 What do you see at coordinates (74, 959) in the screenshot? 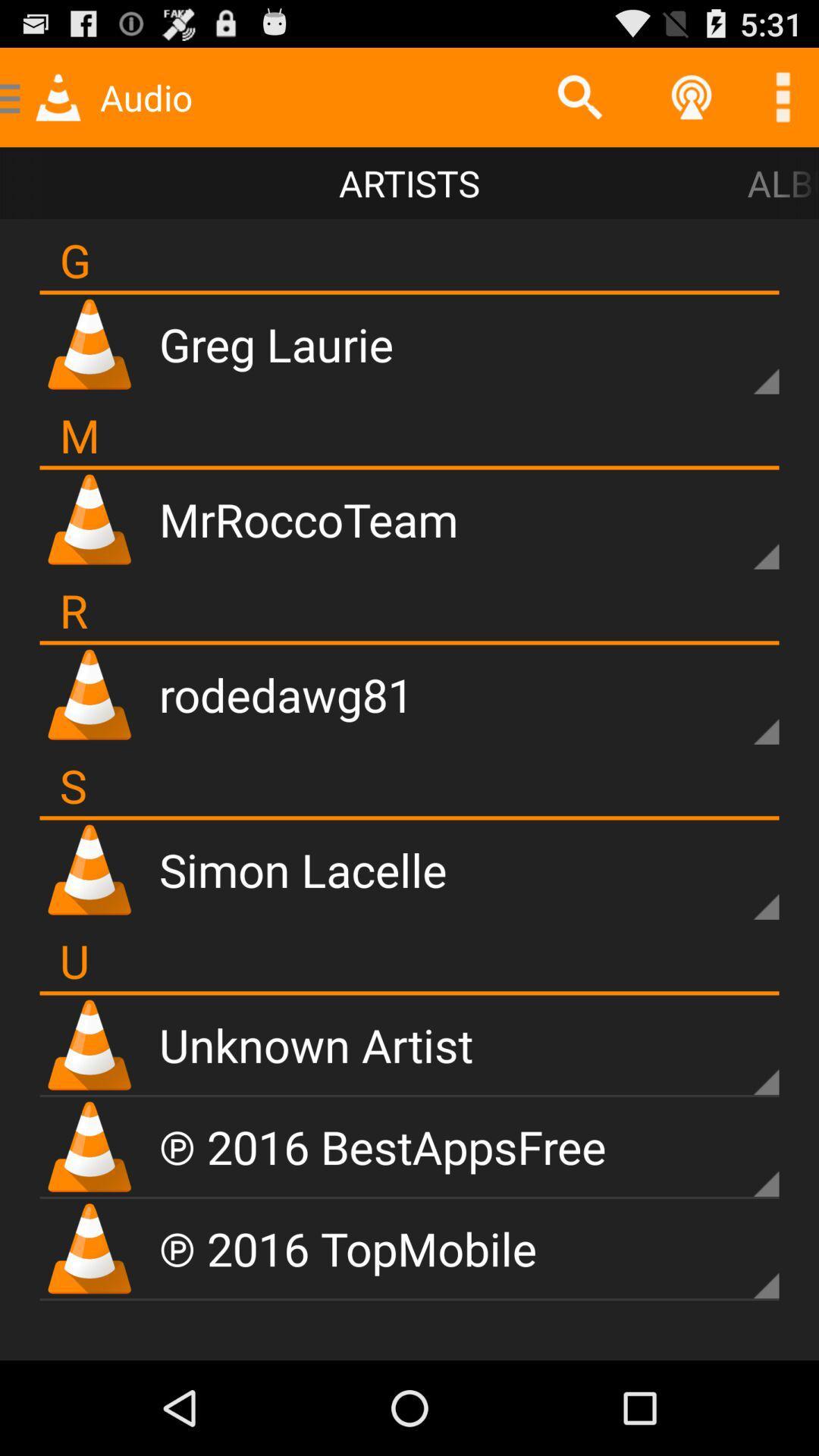
I see `the u` at bounding box center [74, 959].